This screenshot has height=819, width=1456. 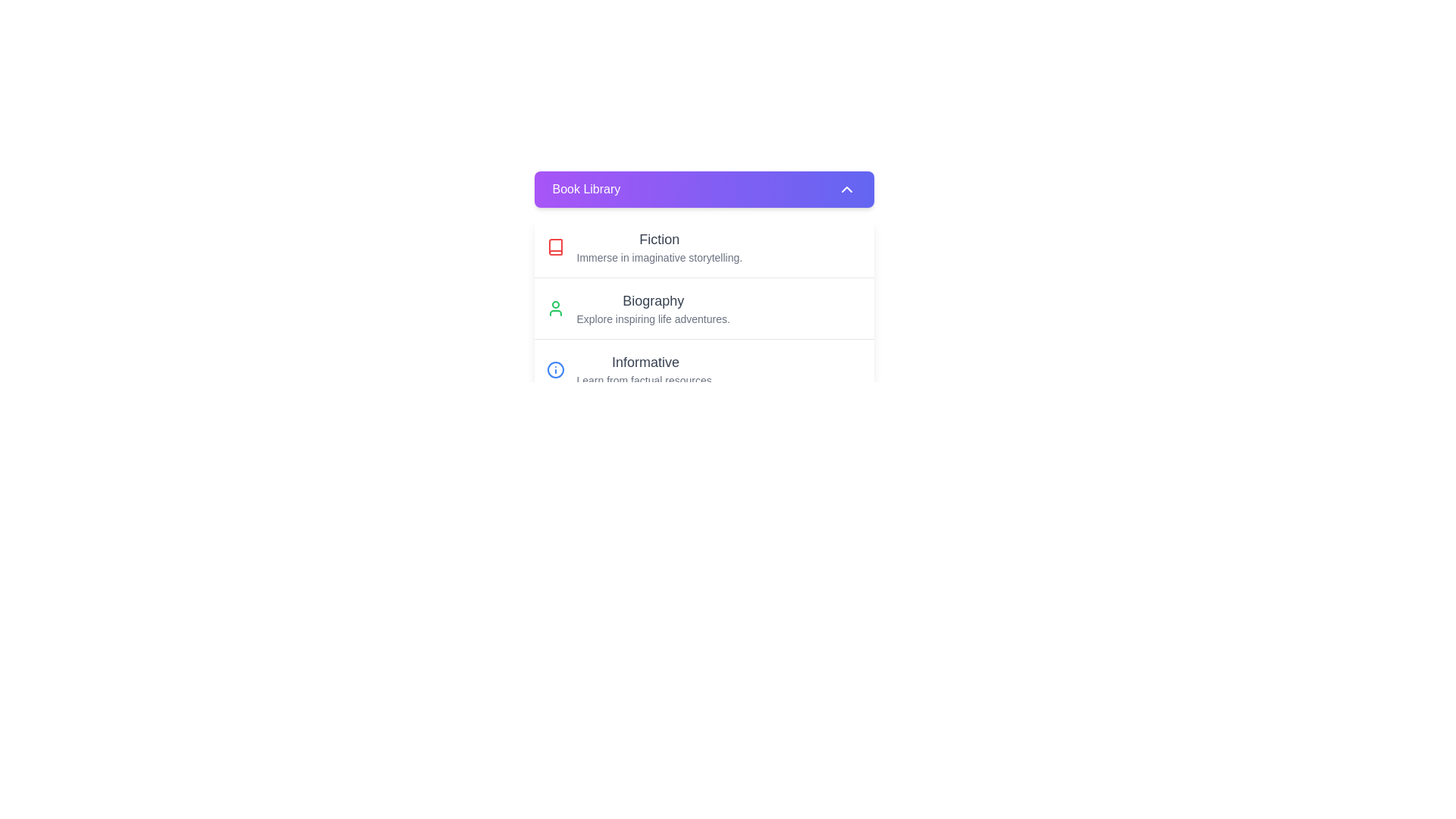 I want to click on the circular blue outlined information icon located to the left of the 'Informative' text in the 'Informative' section, so click(x=554, y=370).